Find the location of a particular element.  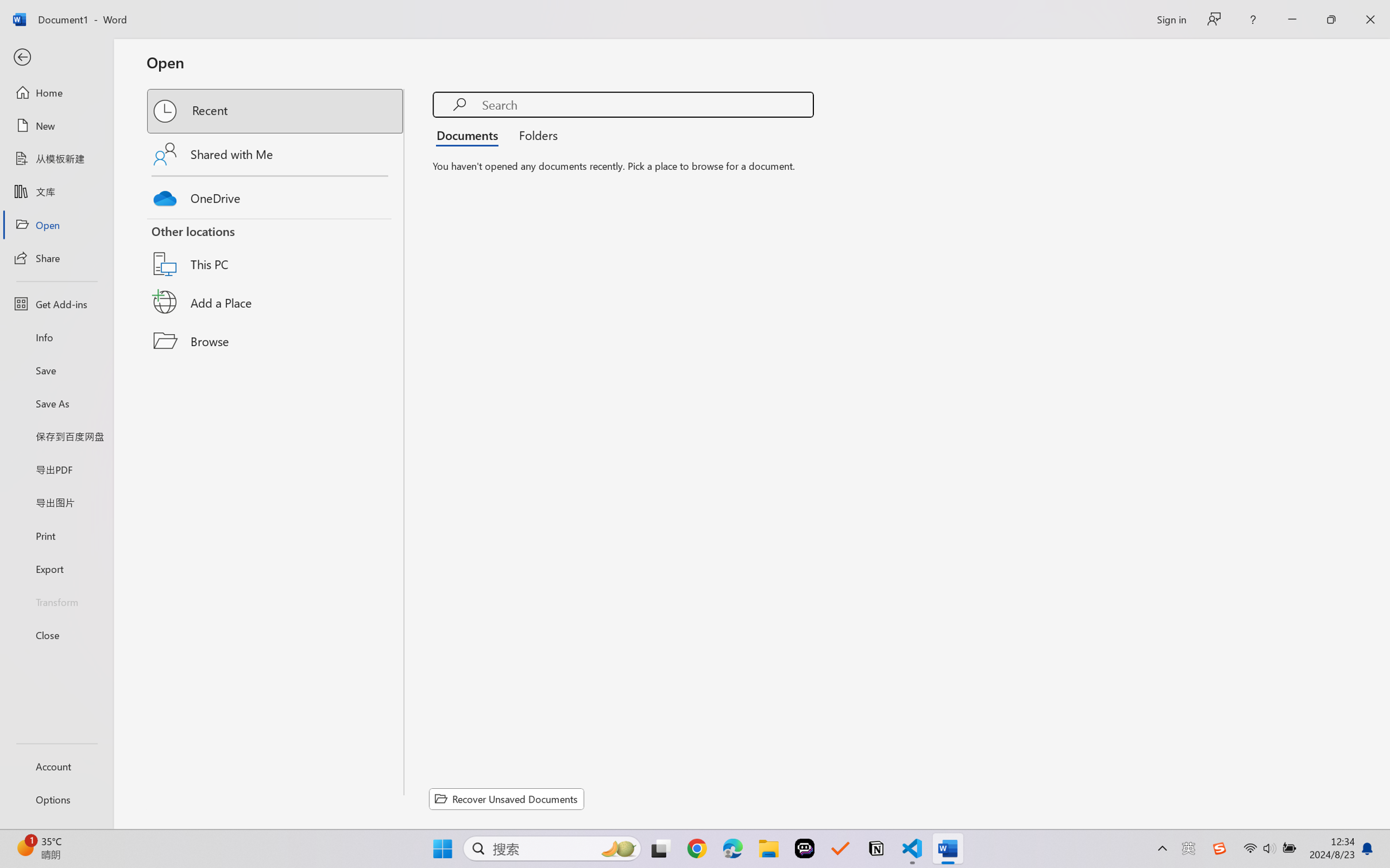

'This PC' is located at coordinates (276, 250).